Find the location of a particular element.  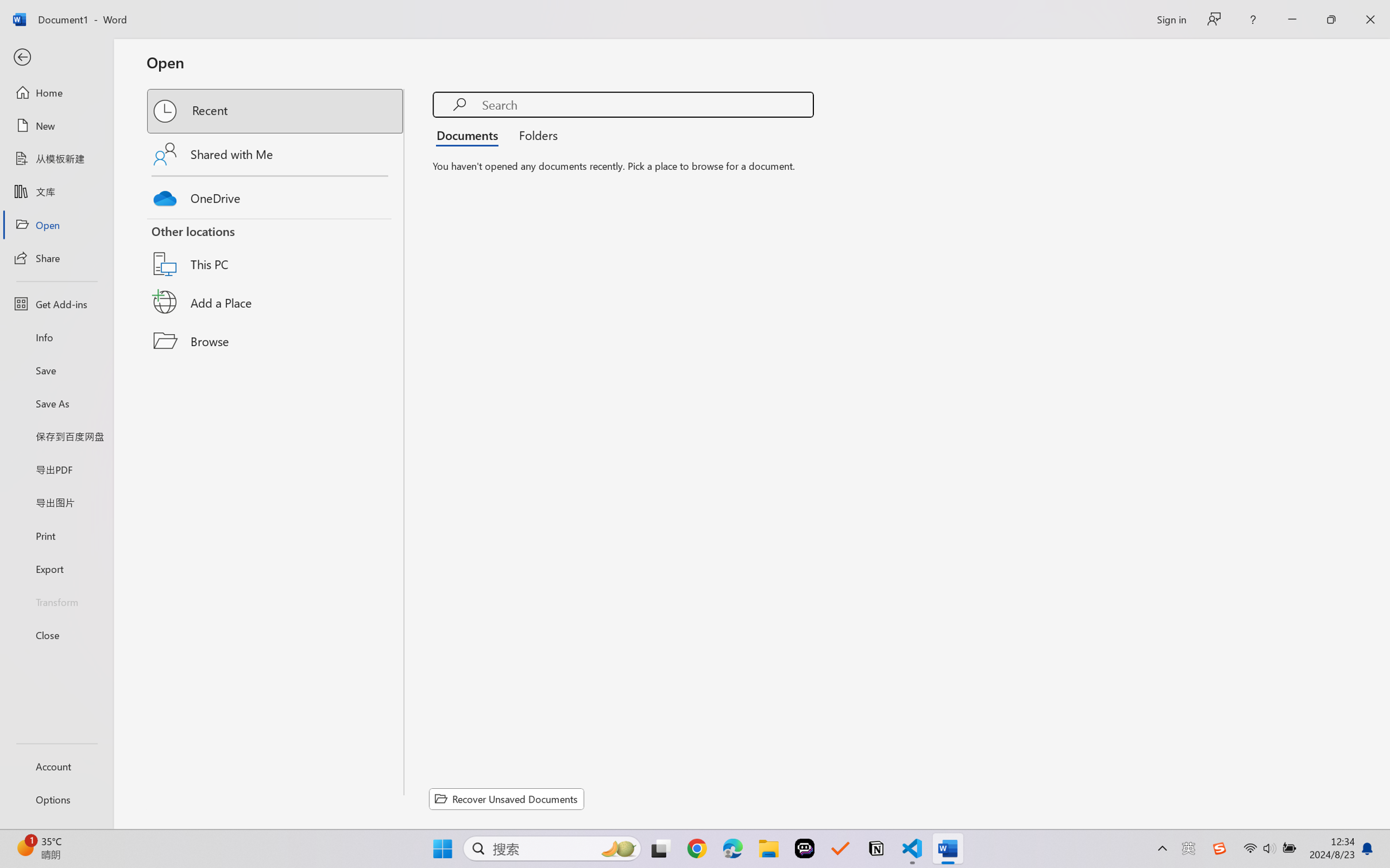

'This PC' is located at coordinates (276, 250).